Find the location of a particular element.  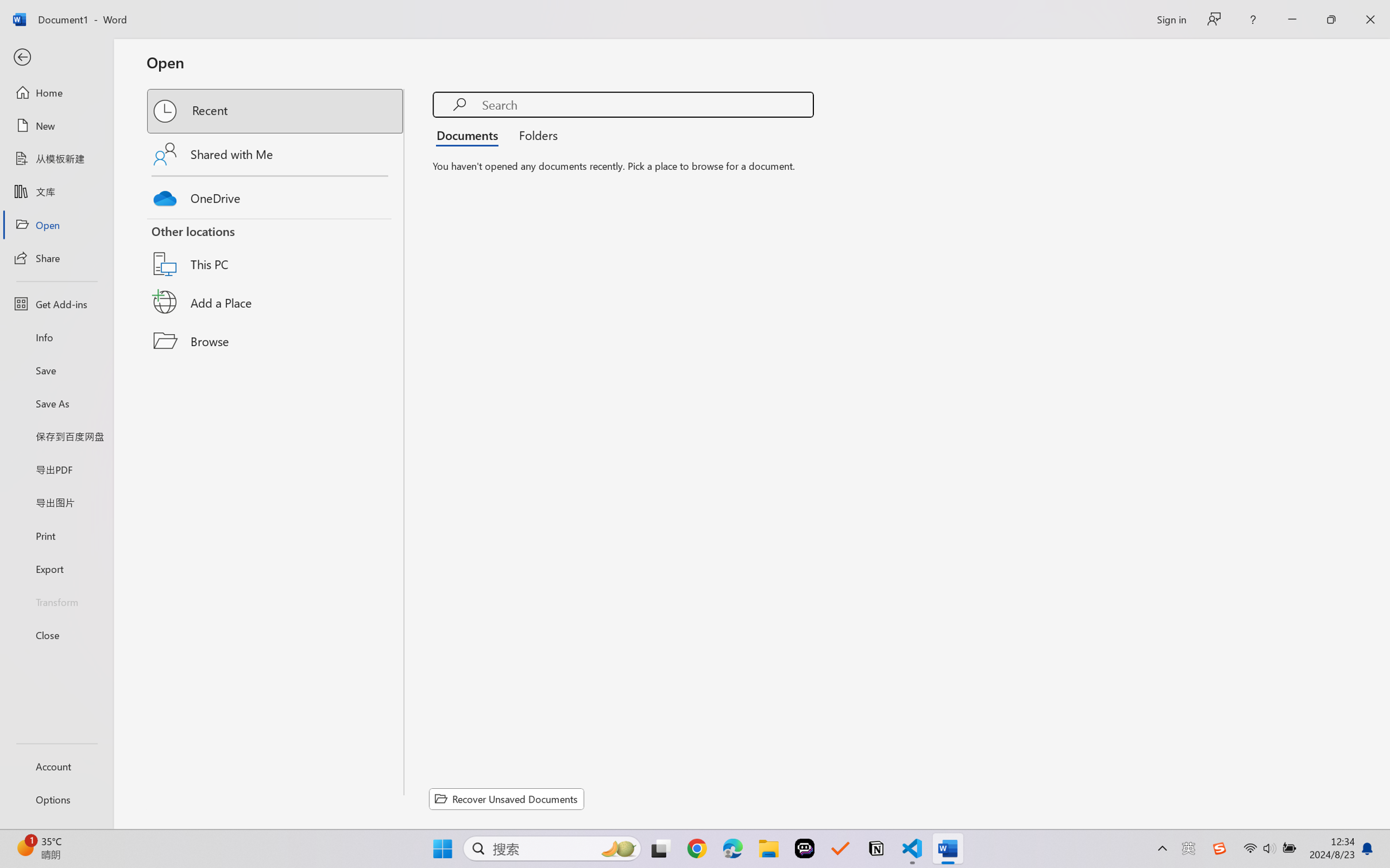

'This PC' is located at coordinates (276, 250).